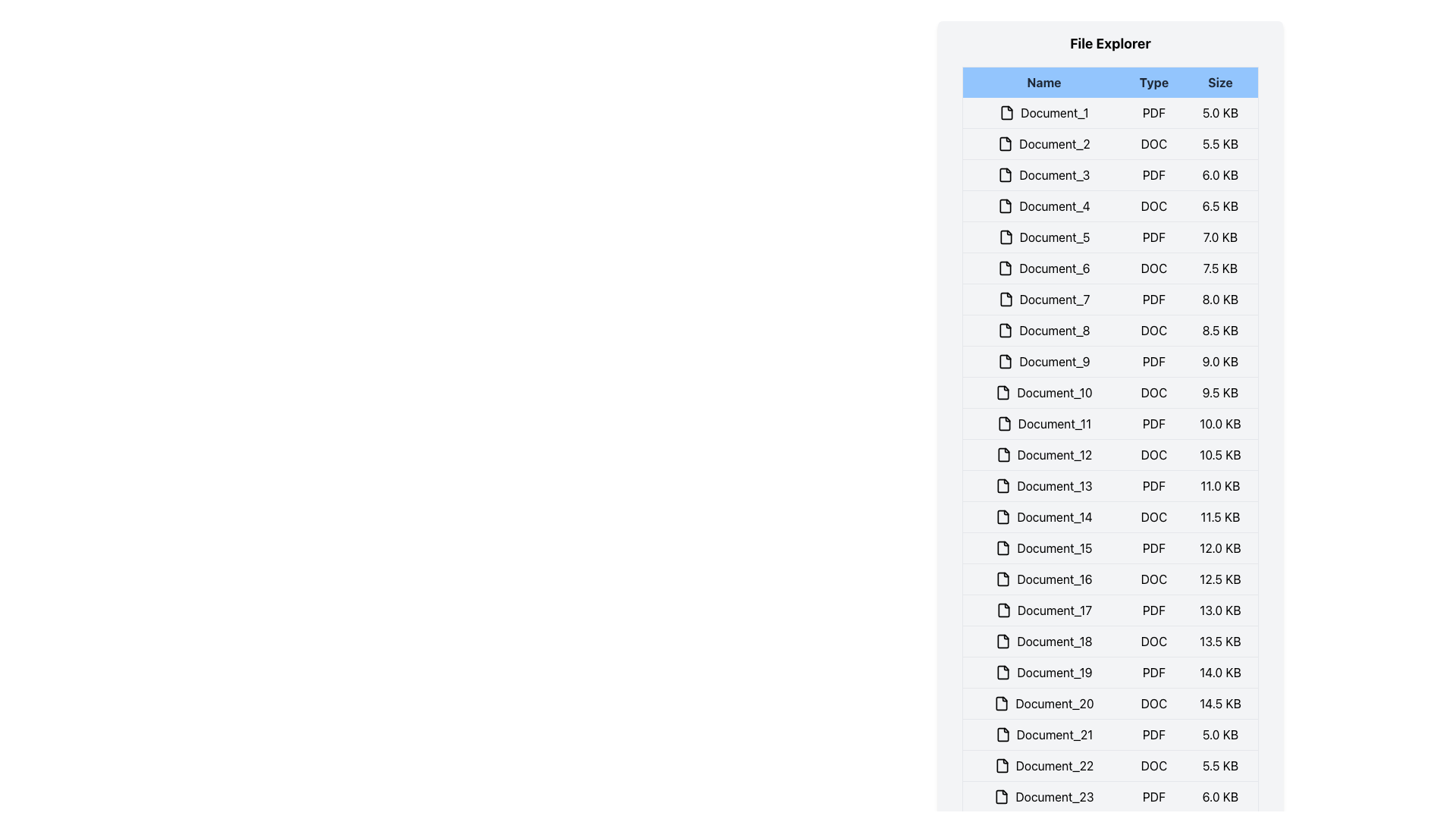  I want to click on the label displaying '11.5 KB', which indicates the file size of 'Document_14' in the file explorer interface, so click(1220, 516).